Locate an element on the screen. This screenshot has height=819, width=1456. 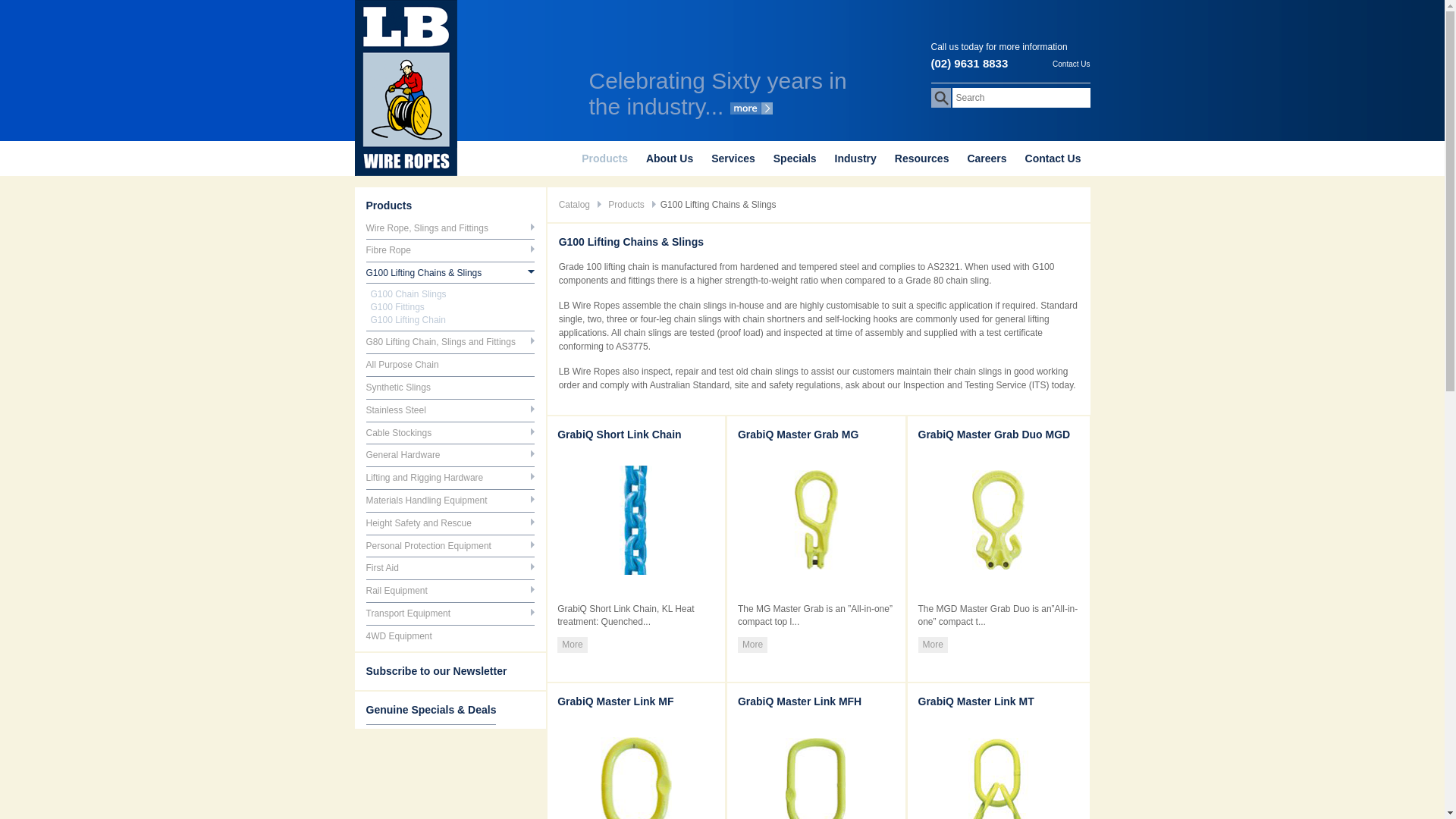
'Lifting and Rigging Hardware' is located at coordinates (424, 476).